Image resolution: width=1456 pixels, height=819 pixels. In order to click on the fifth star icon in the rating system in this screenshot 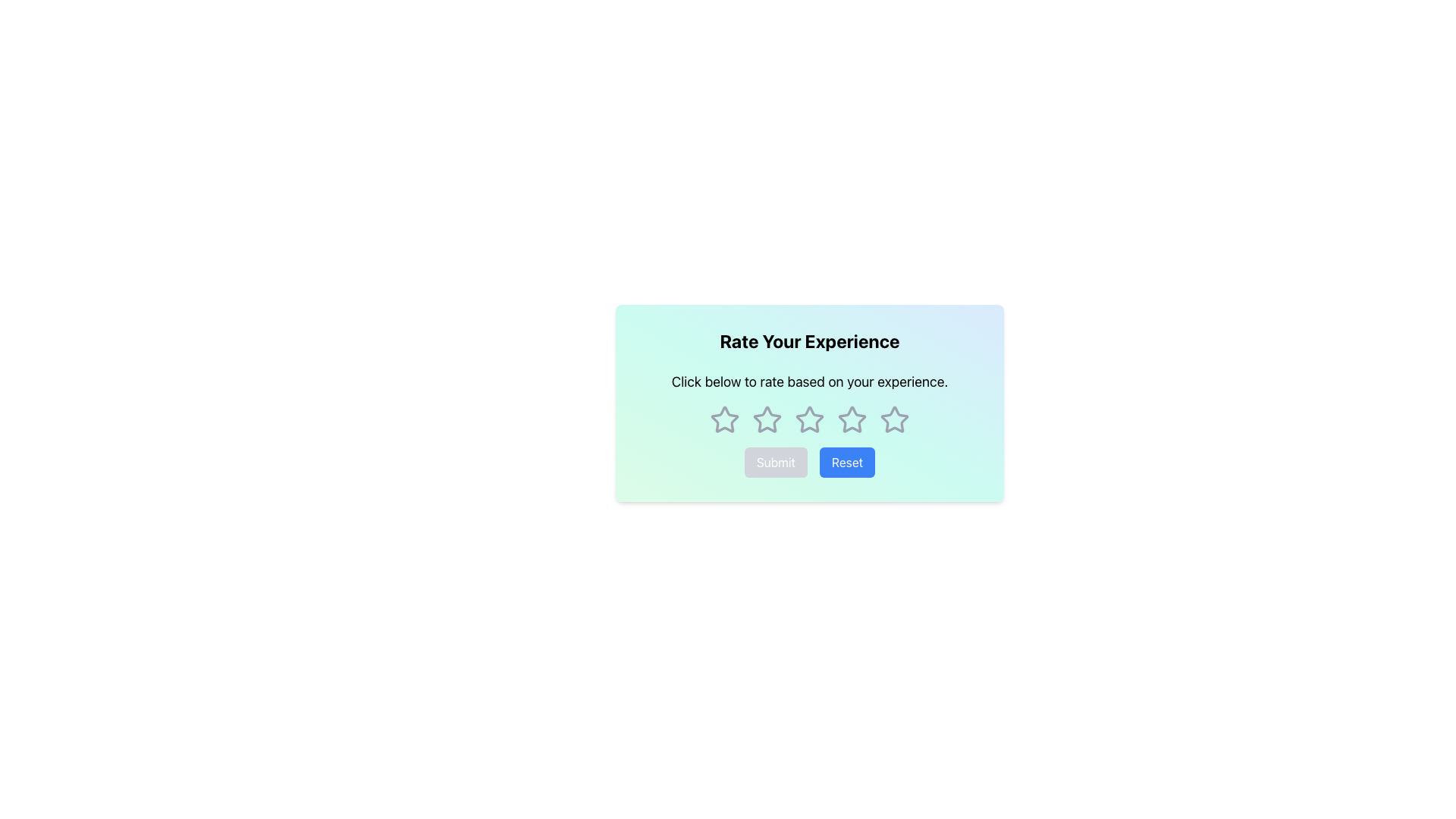, I will do `click(894, 419)`.